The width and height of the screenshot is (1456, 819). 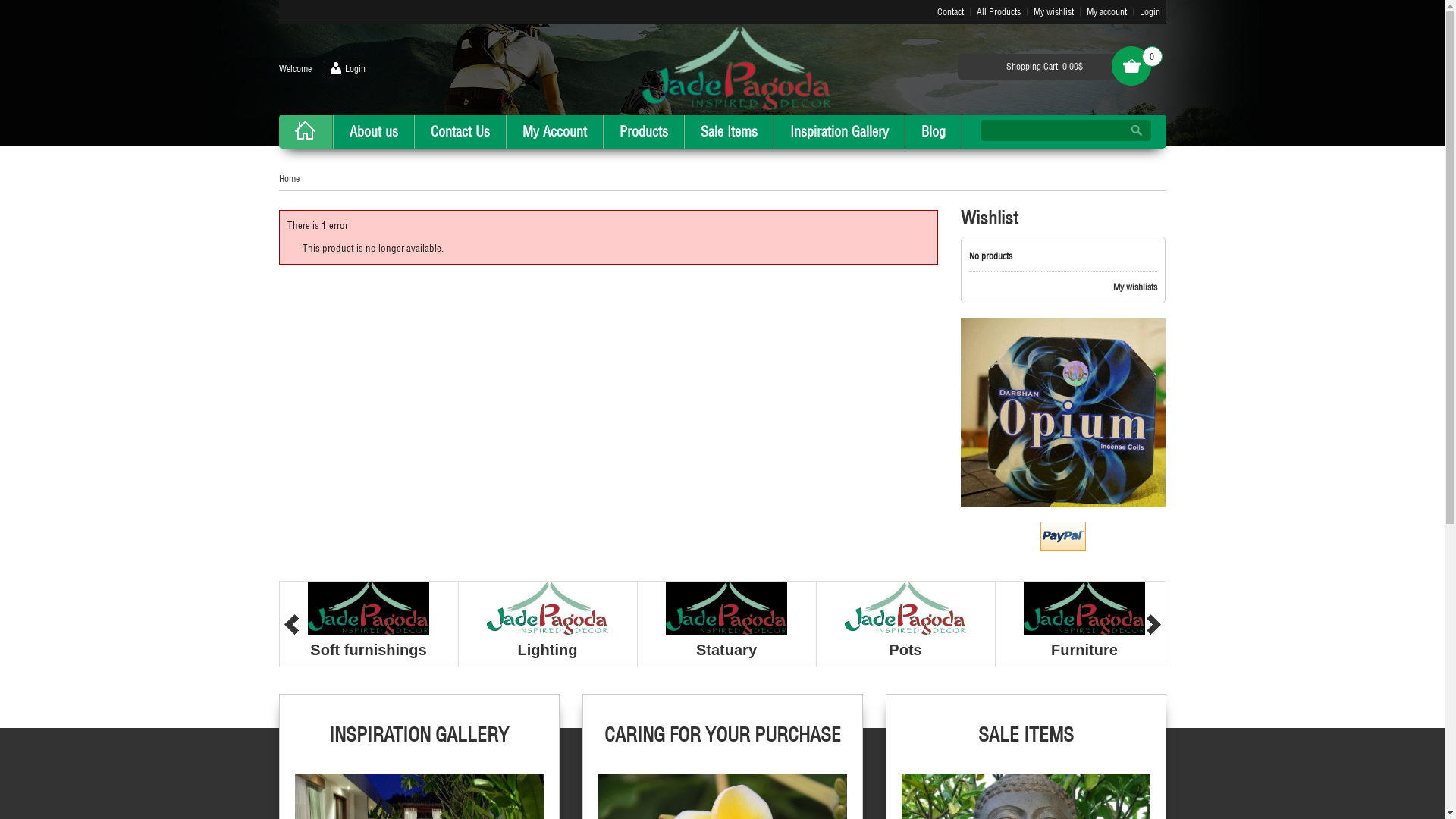 What do you see at coordinates (1043, 66) in the screenshot?
I see `'Shopping Cart: 0.00$'` at bounding box center [1043, 66].